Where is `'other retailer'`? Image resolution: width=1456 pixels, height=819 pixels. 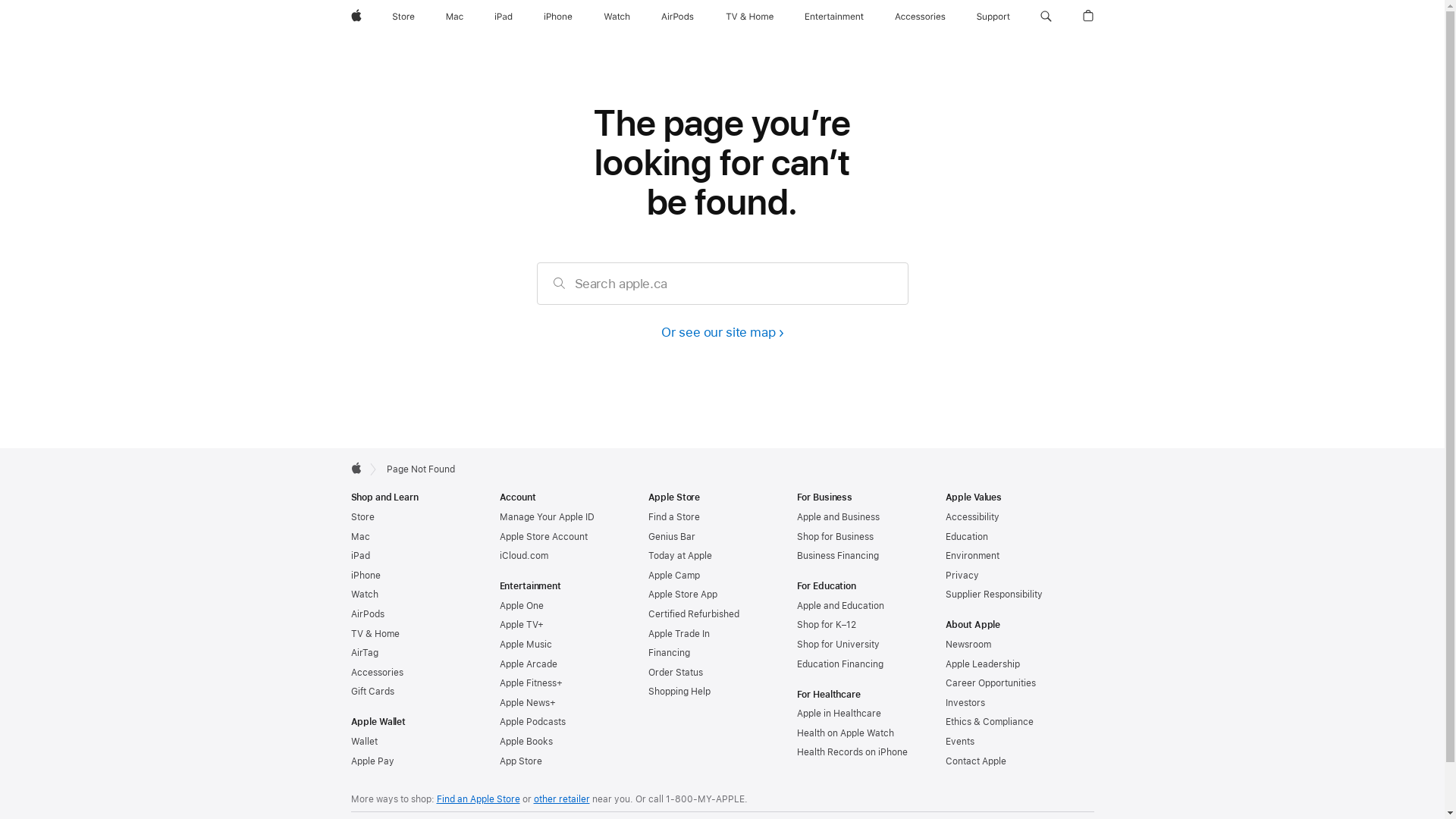 'other retailer' is located at coordinates (560, 798).